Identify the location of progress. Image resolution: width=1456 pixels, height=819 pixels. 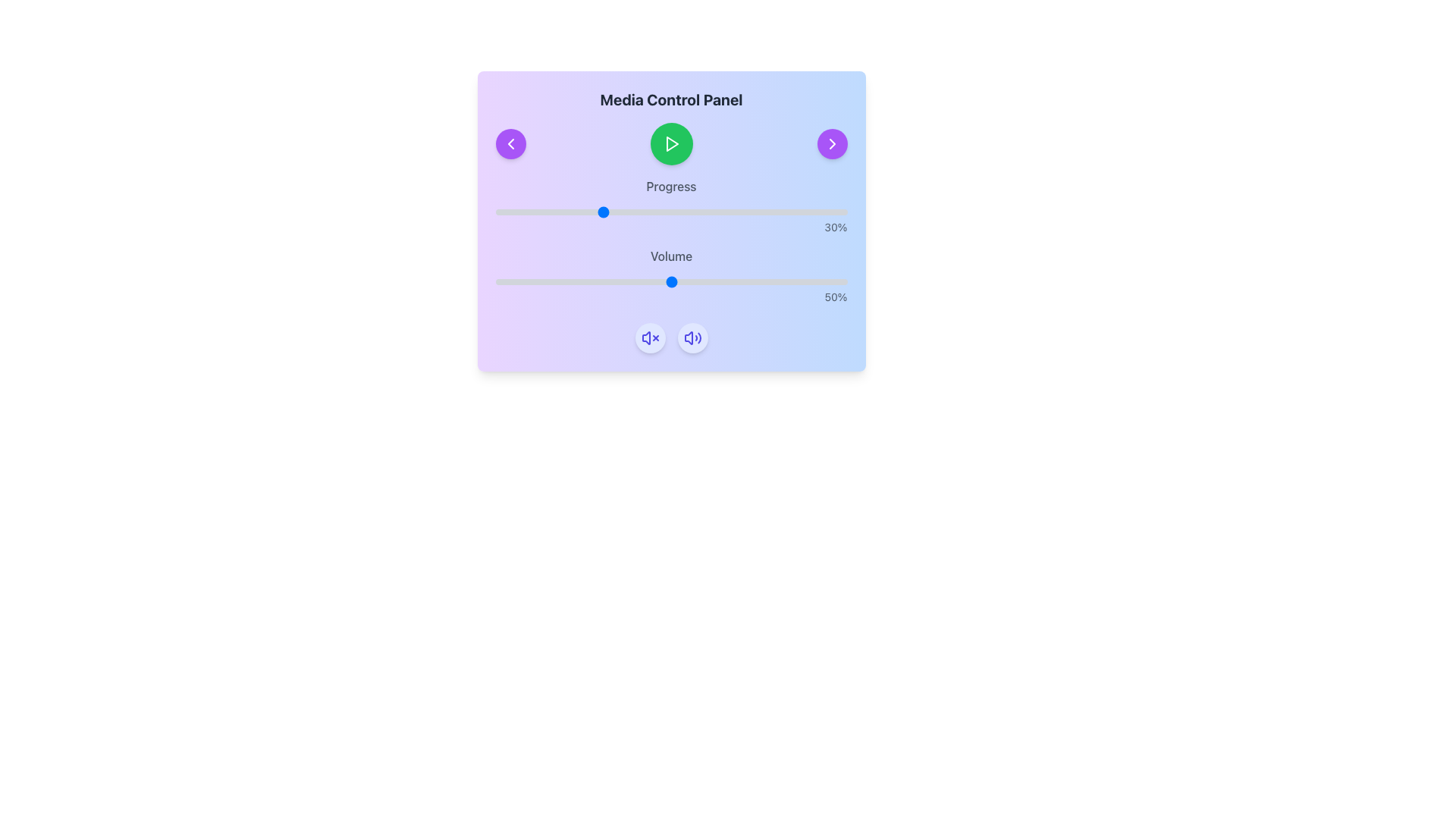
(582, 212).